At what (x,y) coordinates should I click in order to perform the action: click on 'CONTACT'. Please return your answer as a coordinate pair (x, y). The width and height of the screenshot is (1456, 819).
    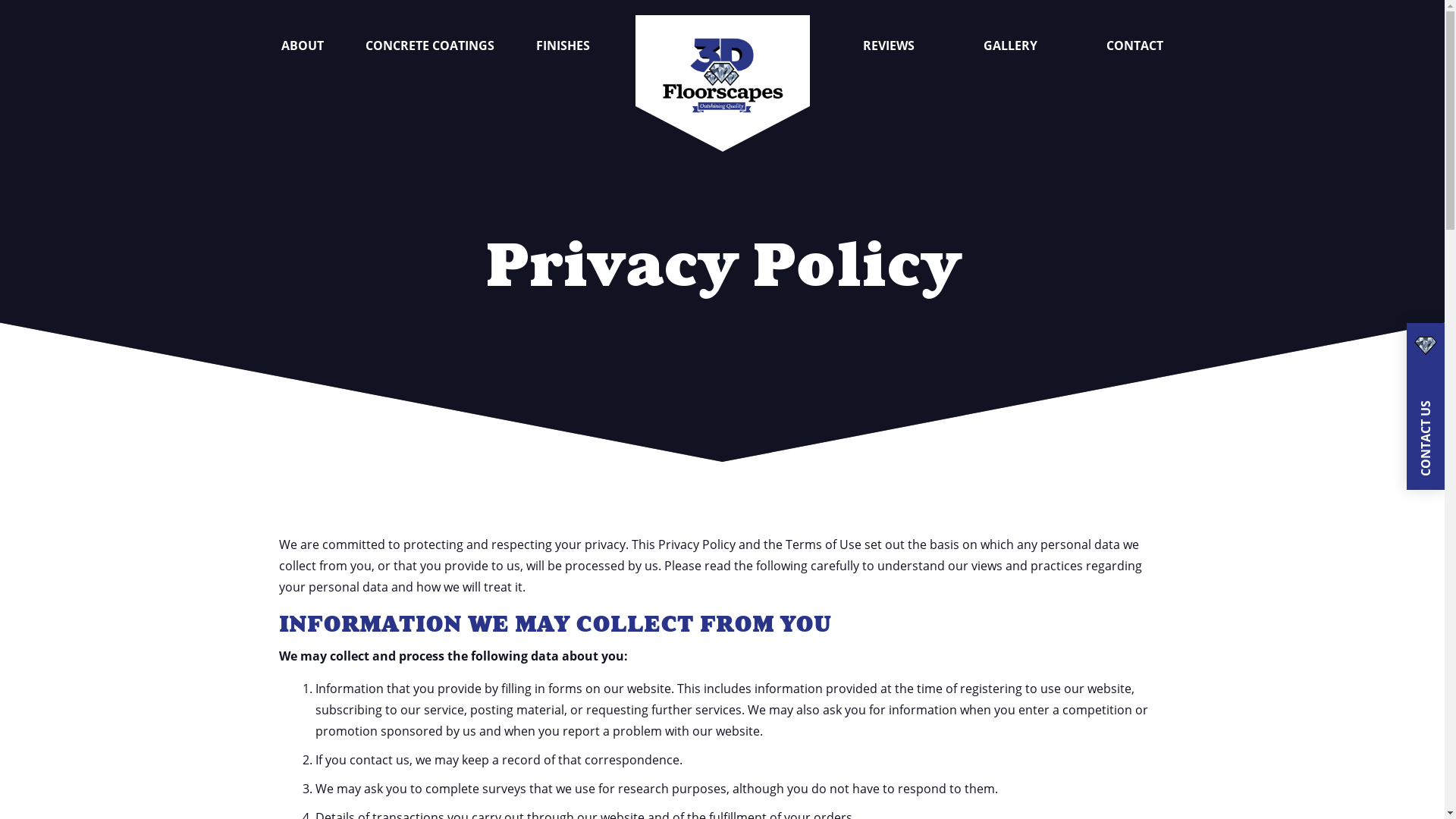
    Looking at the image, I should click on (1134, 45).